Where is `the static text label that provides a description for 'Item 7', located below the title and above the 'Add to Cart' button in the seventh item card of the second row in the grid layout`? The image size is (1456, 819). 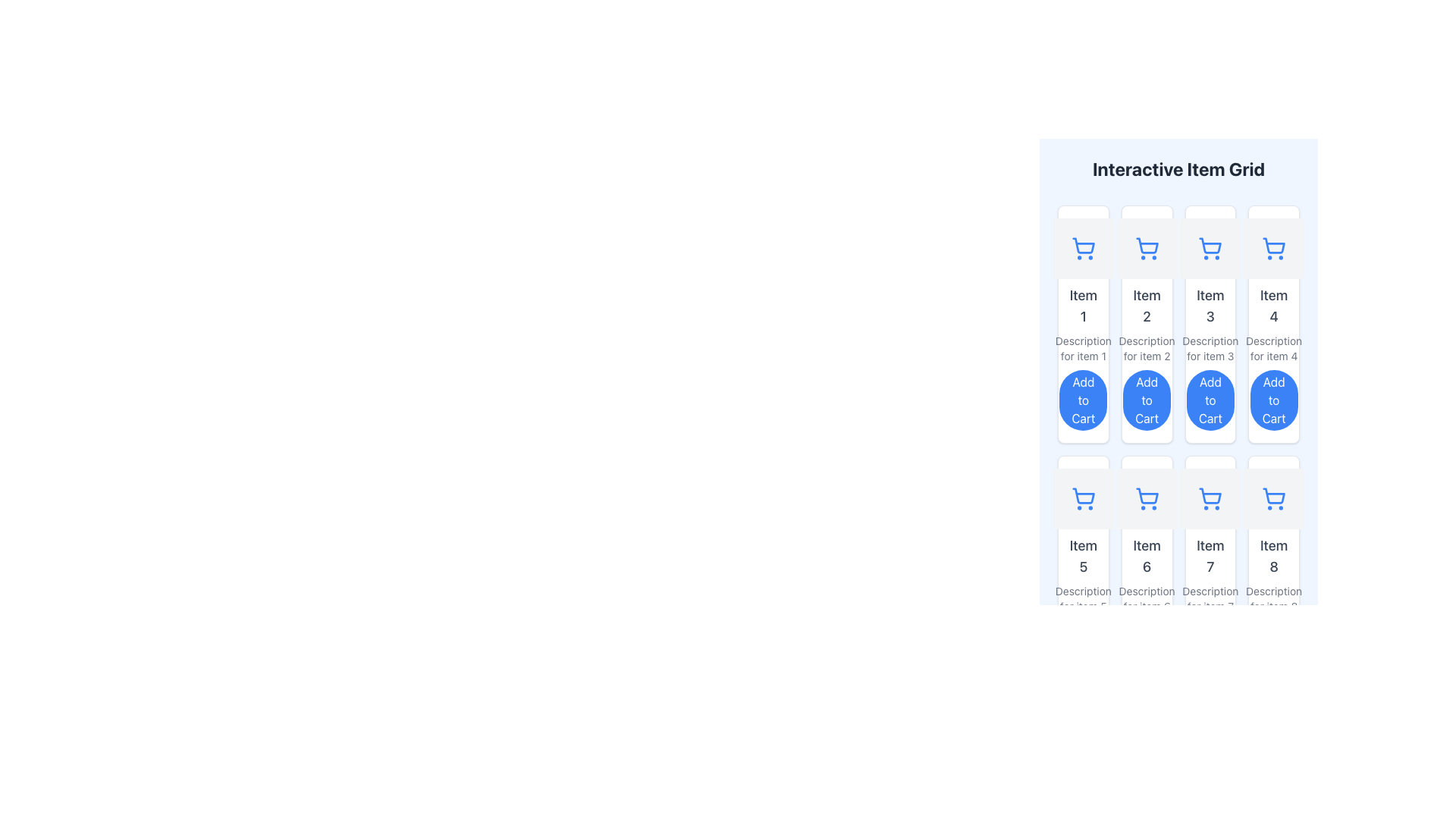 the static text label that provides a description for 'Item 7', located below the title and above the 'Add to Cart' button in the seventh item card of the second row in the grid layout is located at coordinates (1210, 598).